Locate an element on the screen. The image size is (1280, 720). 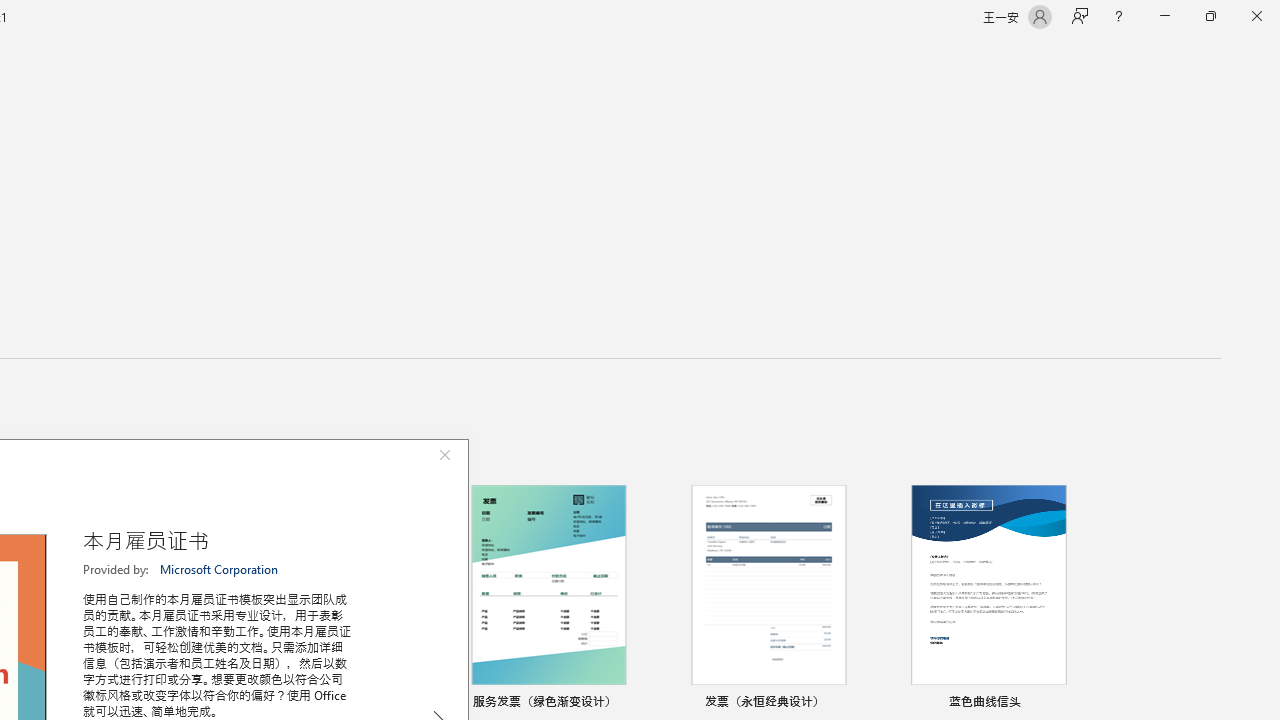
'Microsoft Corporation' is located at coordinates (220, 569).